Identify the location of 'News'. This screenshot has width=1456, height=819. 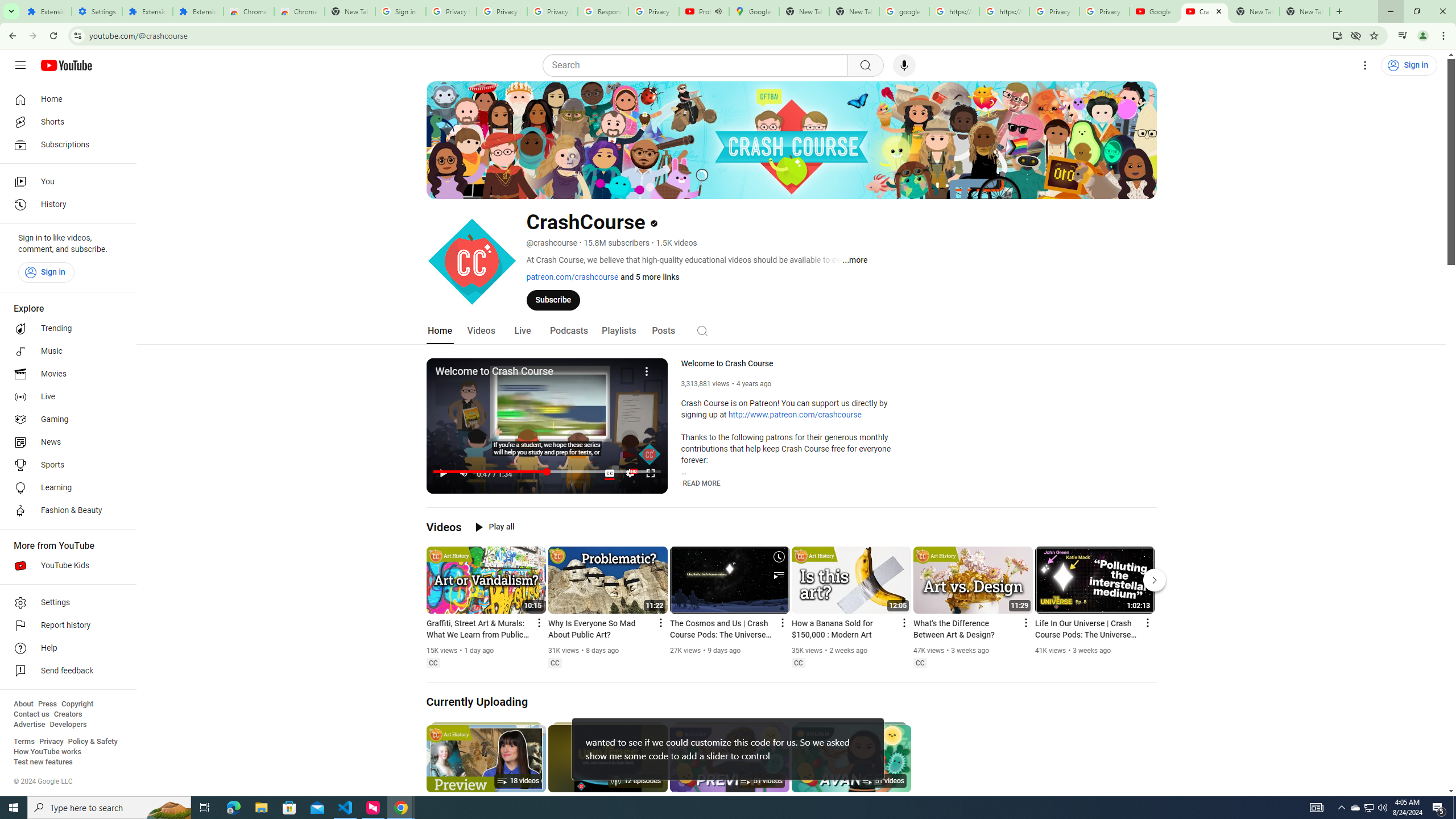
(64, 442).